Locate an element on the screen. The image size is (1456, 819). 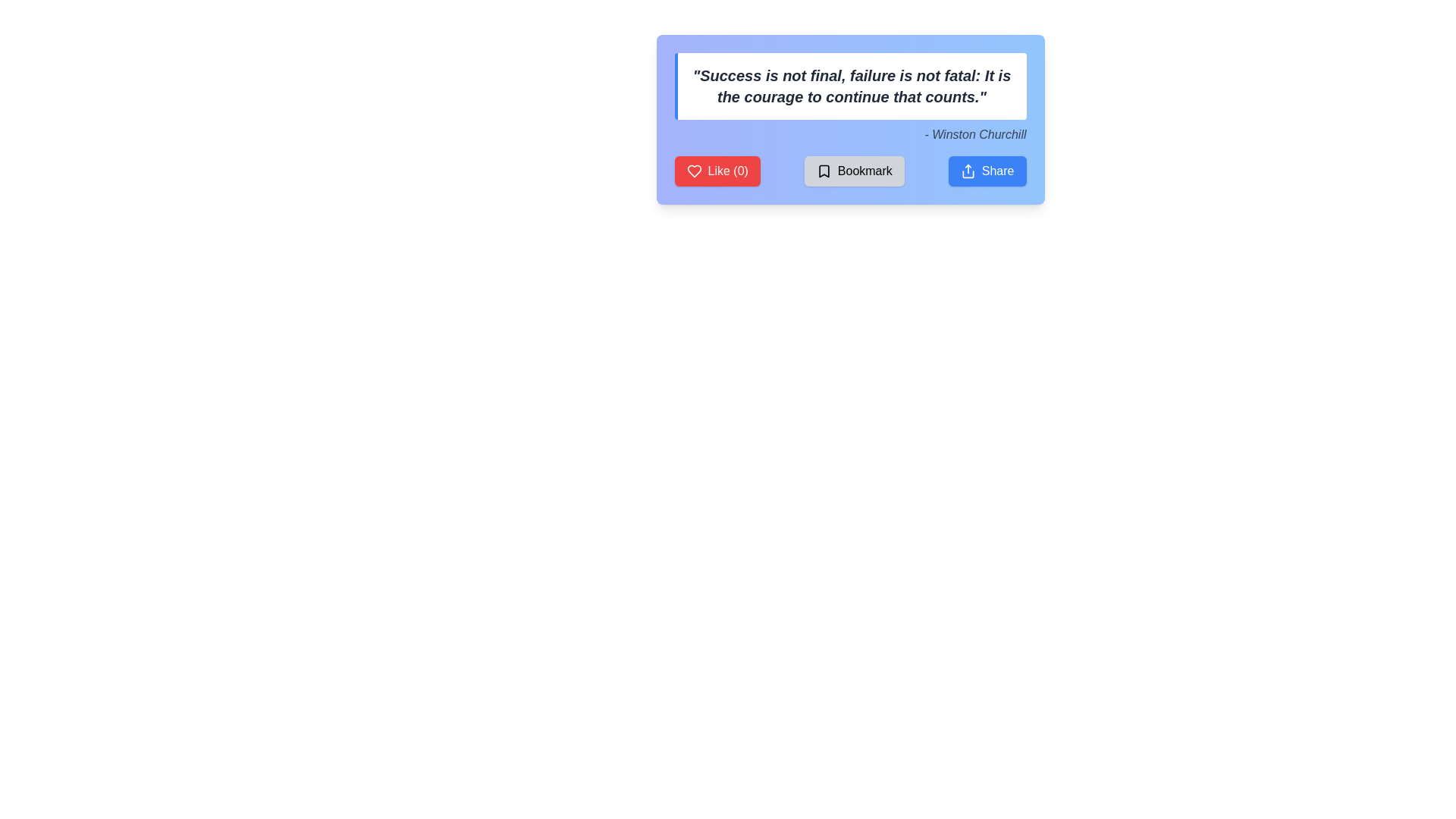
the 'Like' icon located next to the text 'Like (0)' is located at coordinates (693, 171).